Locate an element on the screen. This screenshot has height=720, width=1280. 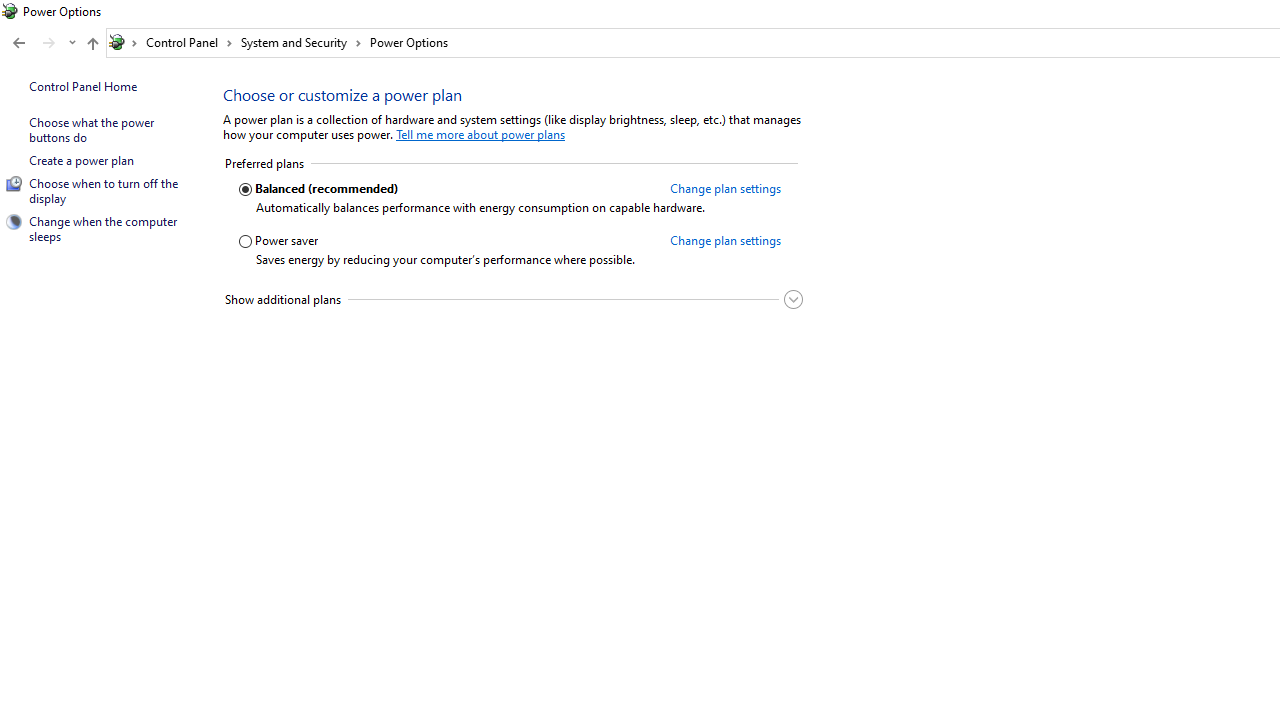
'Choose when to turn off the display' is located at coordinates (103, 190).